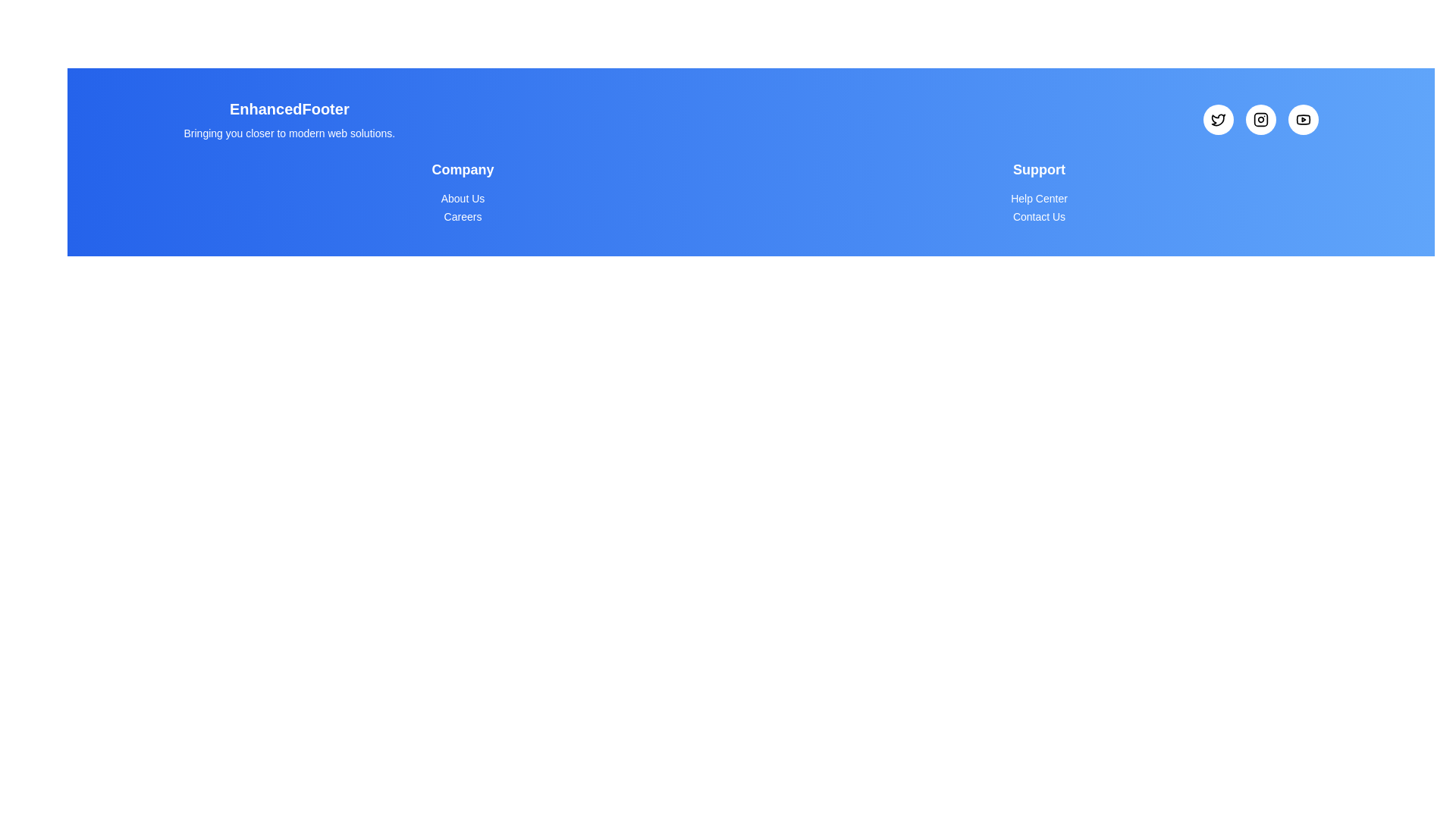 The image size is (1456, 819). I want to click on the first hyperlink in the 'Support' section of the footer to underline it, so click(1038, 198).